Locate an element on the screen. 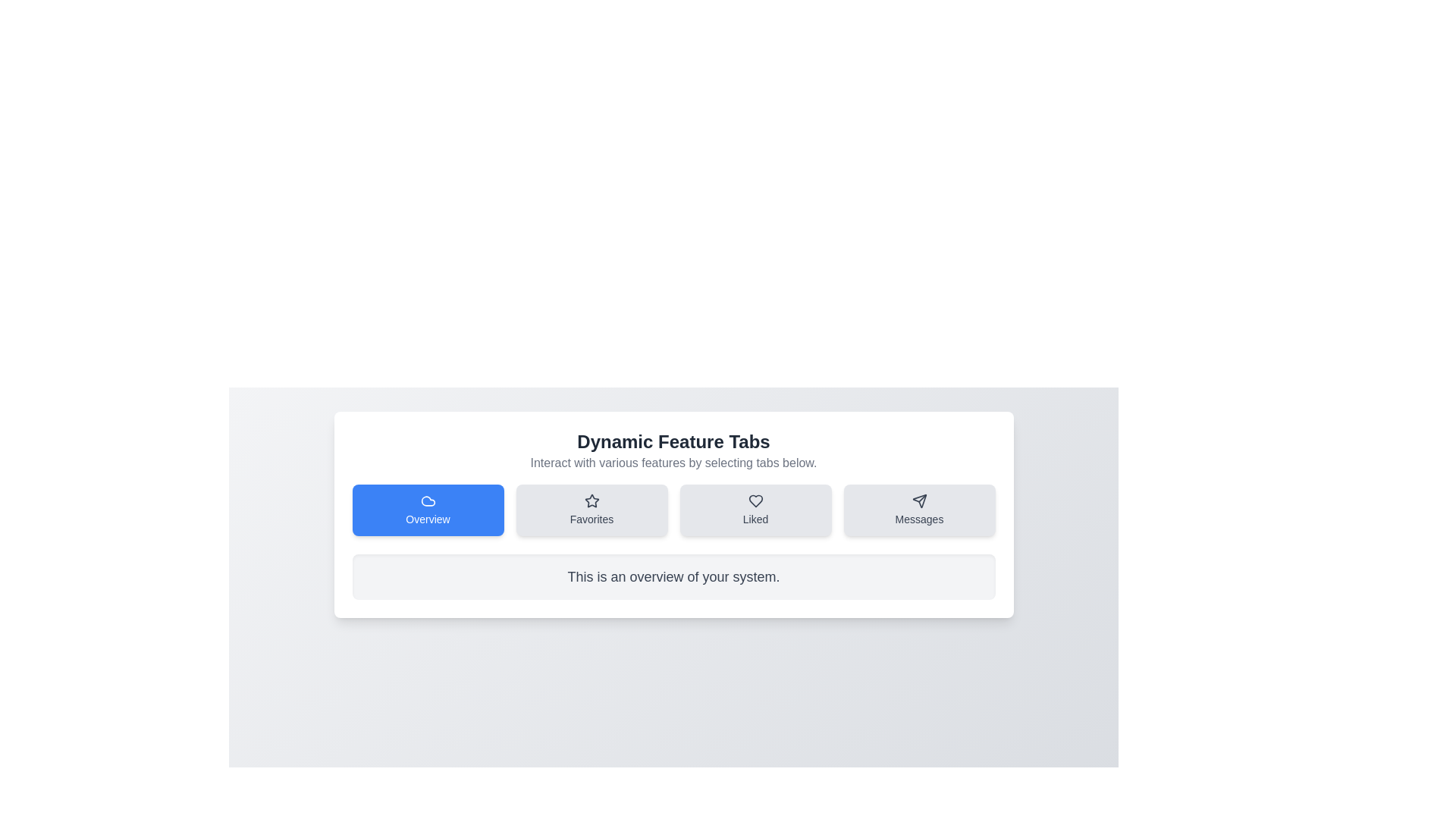 This screenshot has height=819, width=1456. the 'Messages' button, which is the fourth button in the row under 'Dynamic Feature Tabs' is located at coordinates (918, 510).